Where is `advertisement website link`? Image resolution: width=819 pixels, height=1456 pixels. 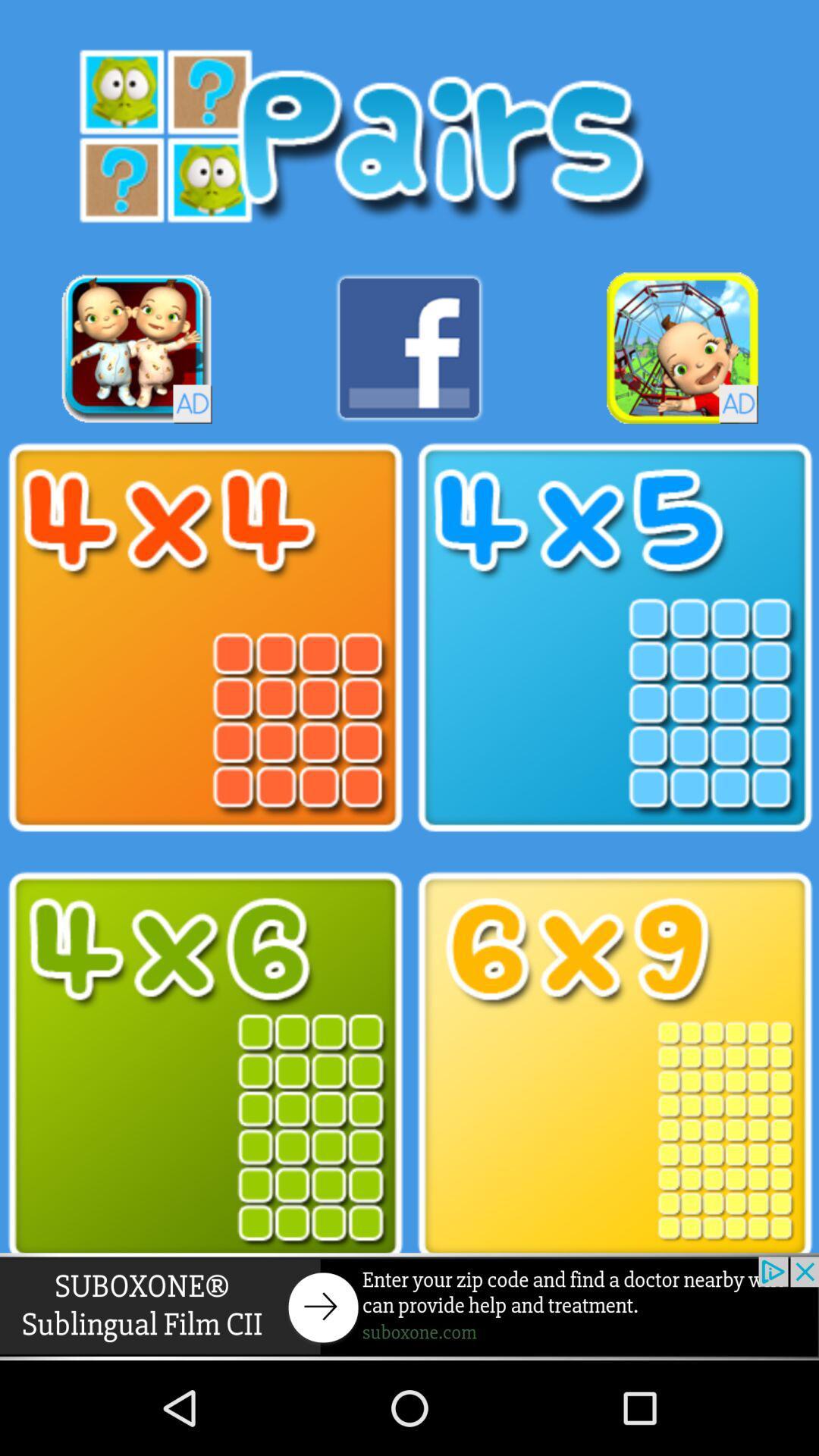
advertisement website link is located at coordinates (409, 1306).